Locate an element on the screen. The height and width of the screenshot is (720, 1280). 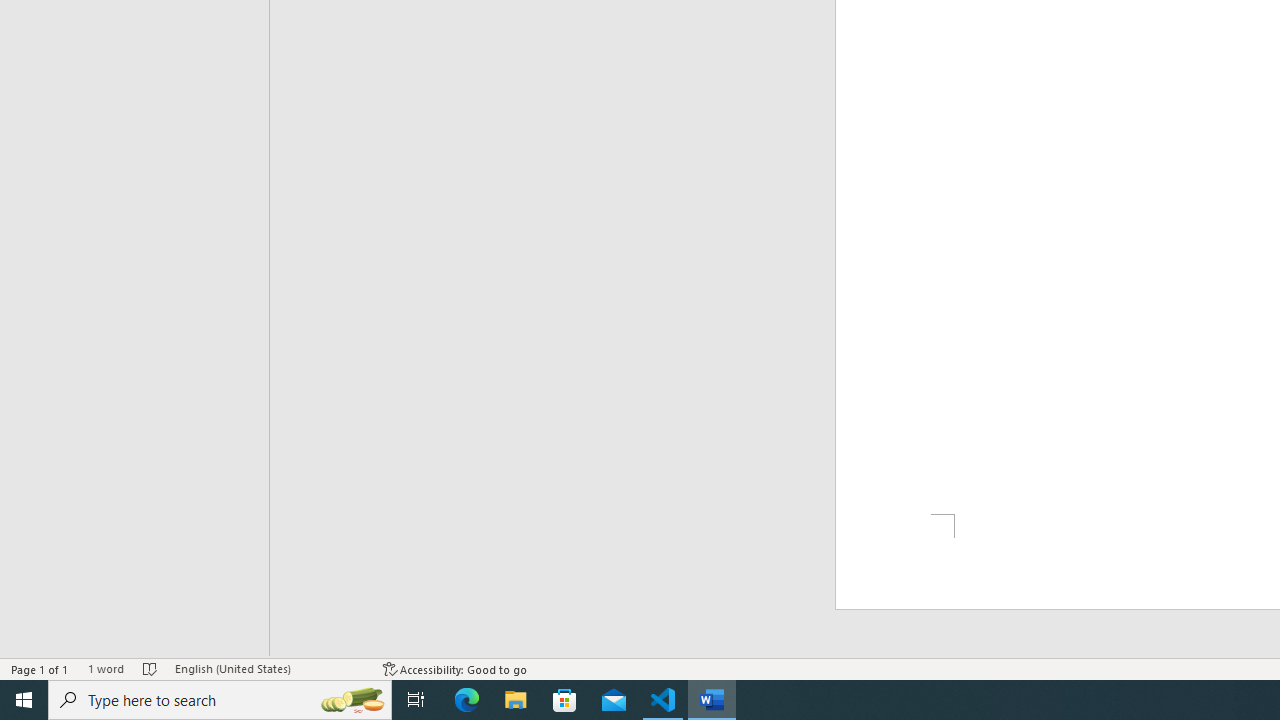
'Start' is located at coordinates (24, 698).